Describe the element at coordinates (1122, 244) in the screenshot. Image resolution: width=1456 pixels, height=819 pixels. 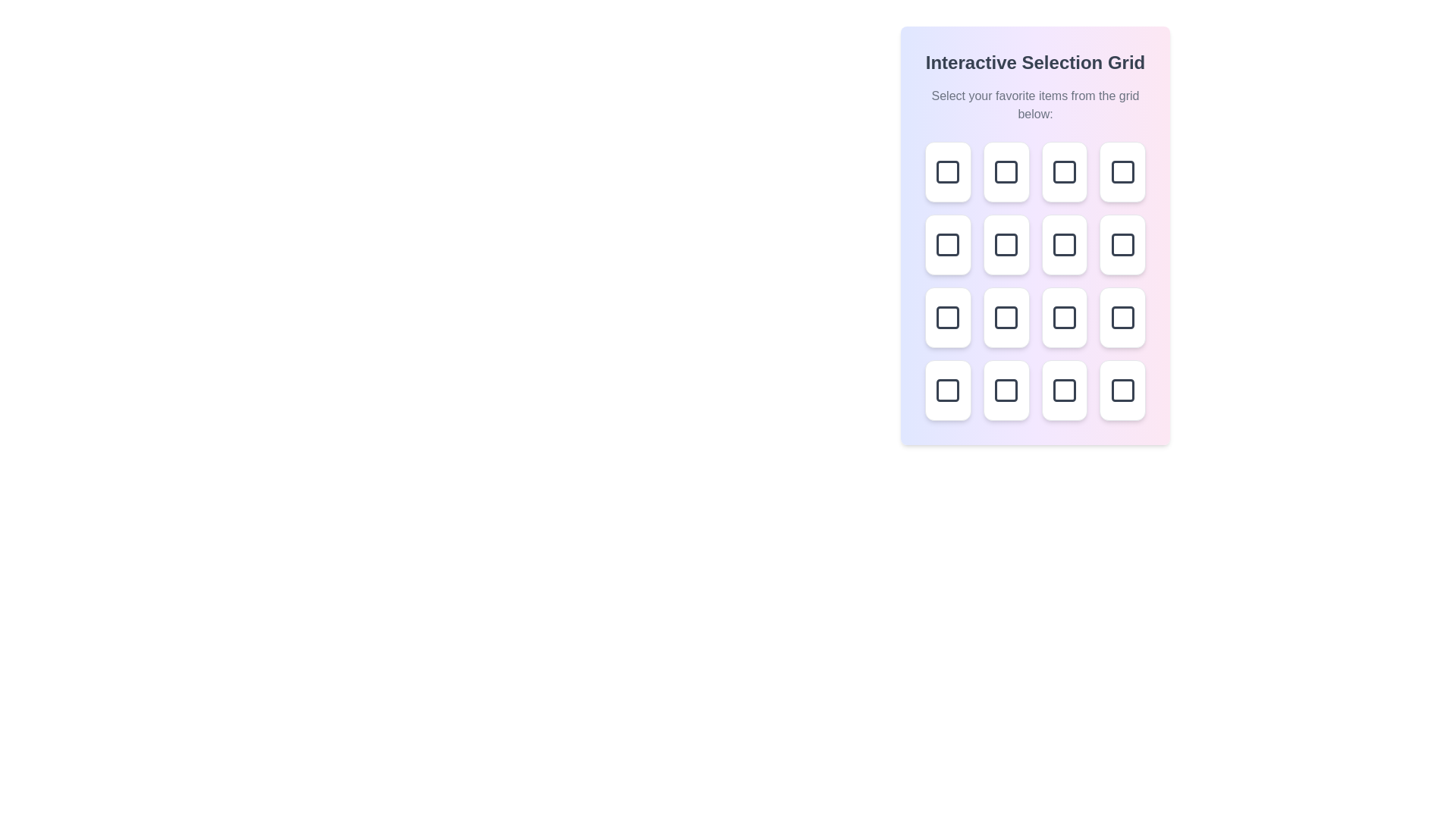
I see `the small square graphical UI component with rounded edges located in the third row and third column of a 4x4 interactive grid` at that location.